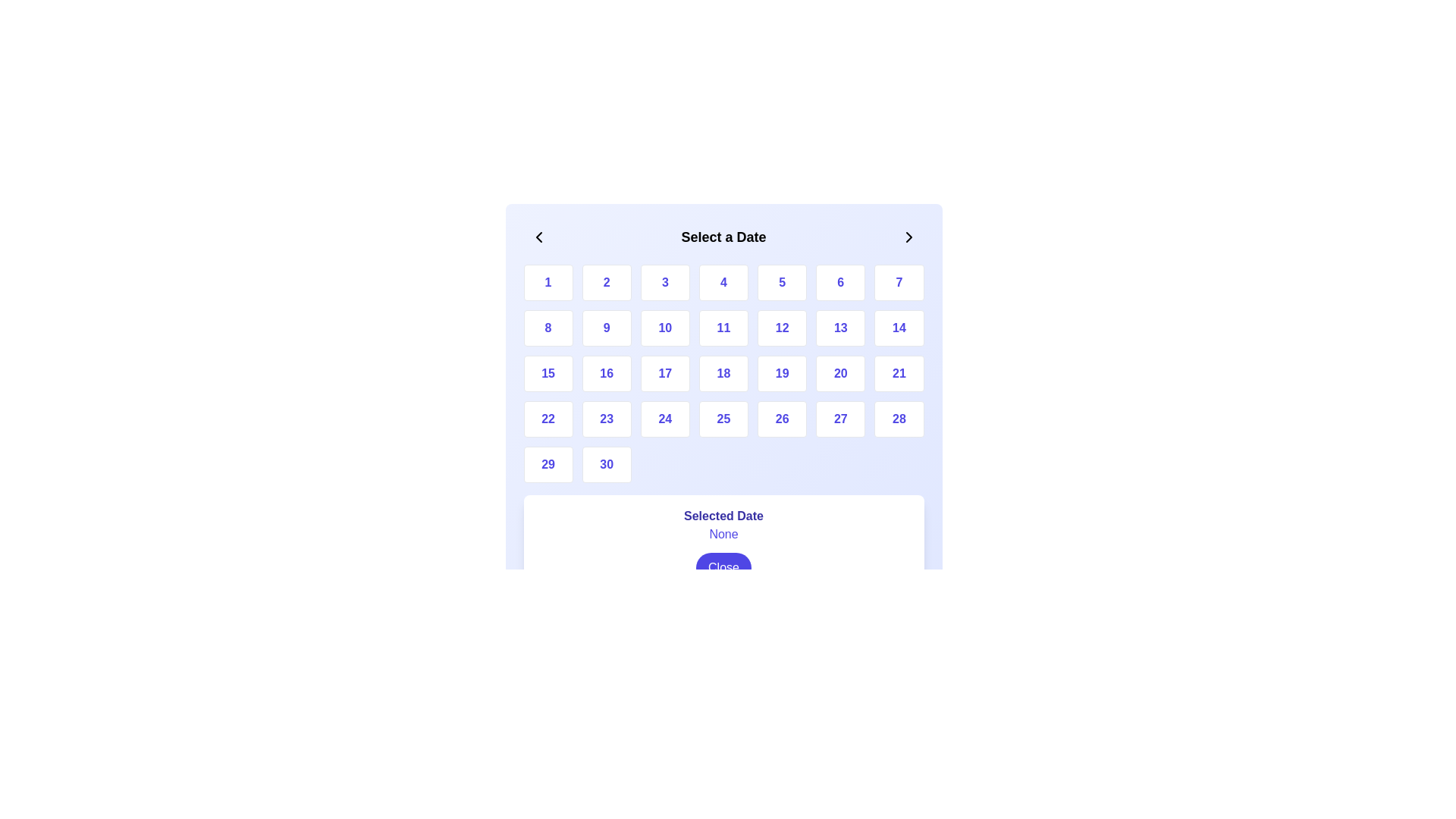 This screenshot has height=819, width=1456. What do you see at coordinates (548, 464) in the screenshot?
I see `the rectangular button with a white background and the number '29' in blue text, located` at bounding box center [548, 464].